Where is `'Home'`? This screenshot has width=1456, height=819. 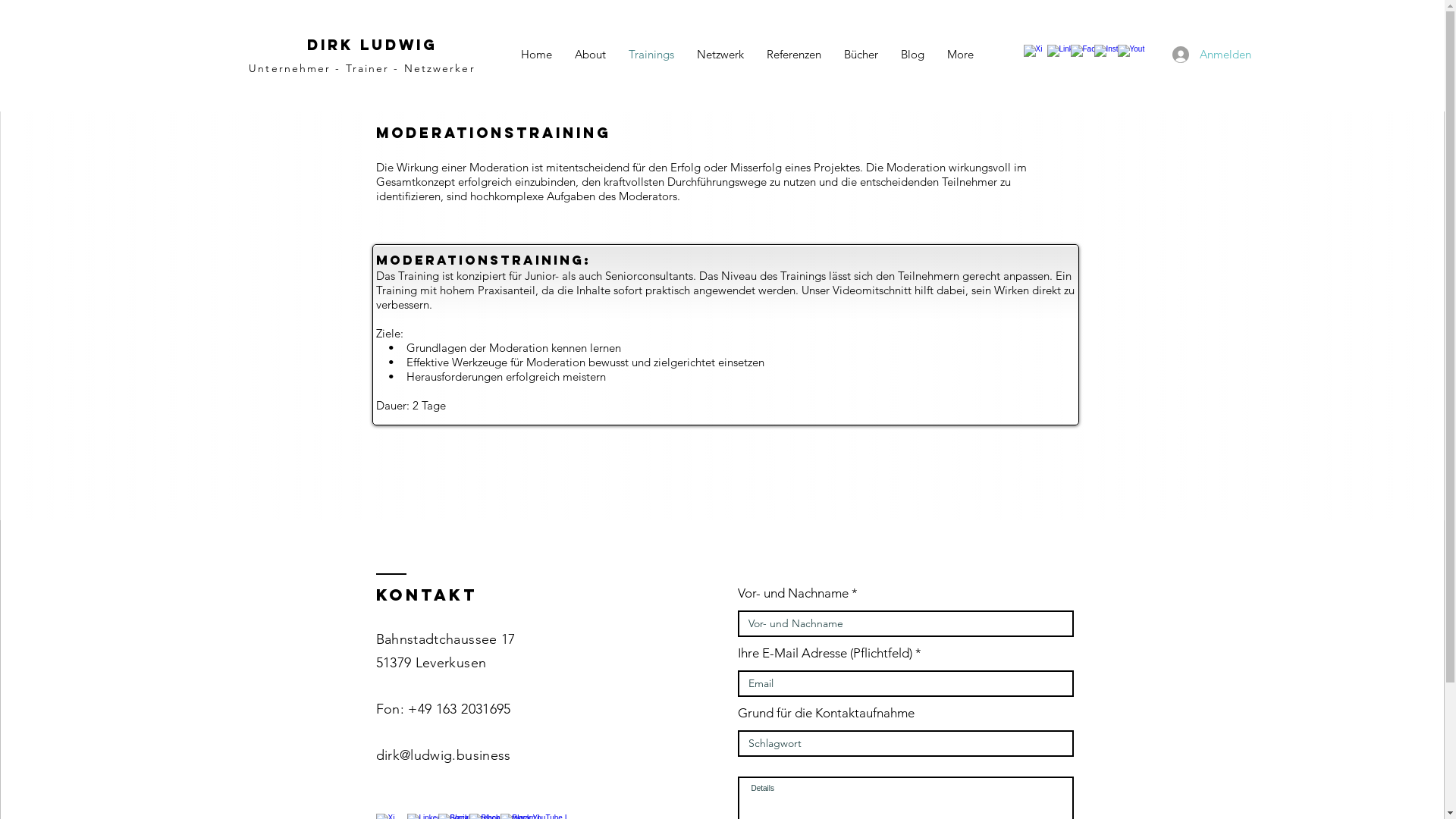
'Home' is located at coordinates (536, 54).